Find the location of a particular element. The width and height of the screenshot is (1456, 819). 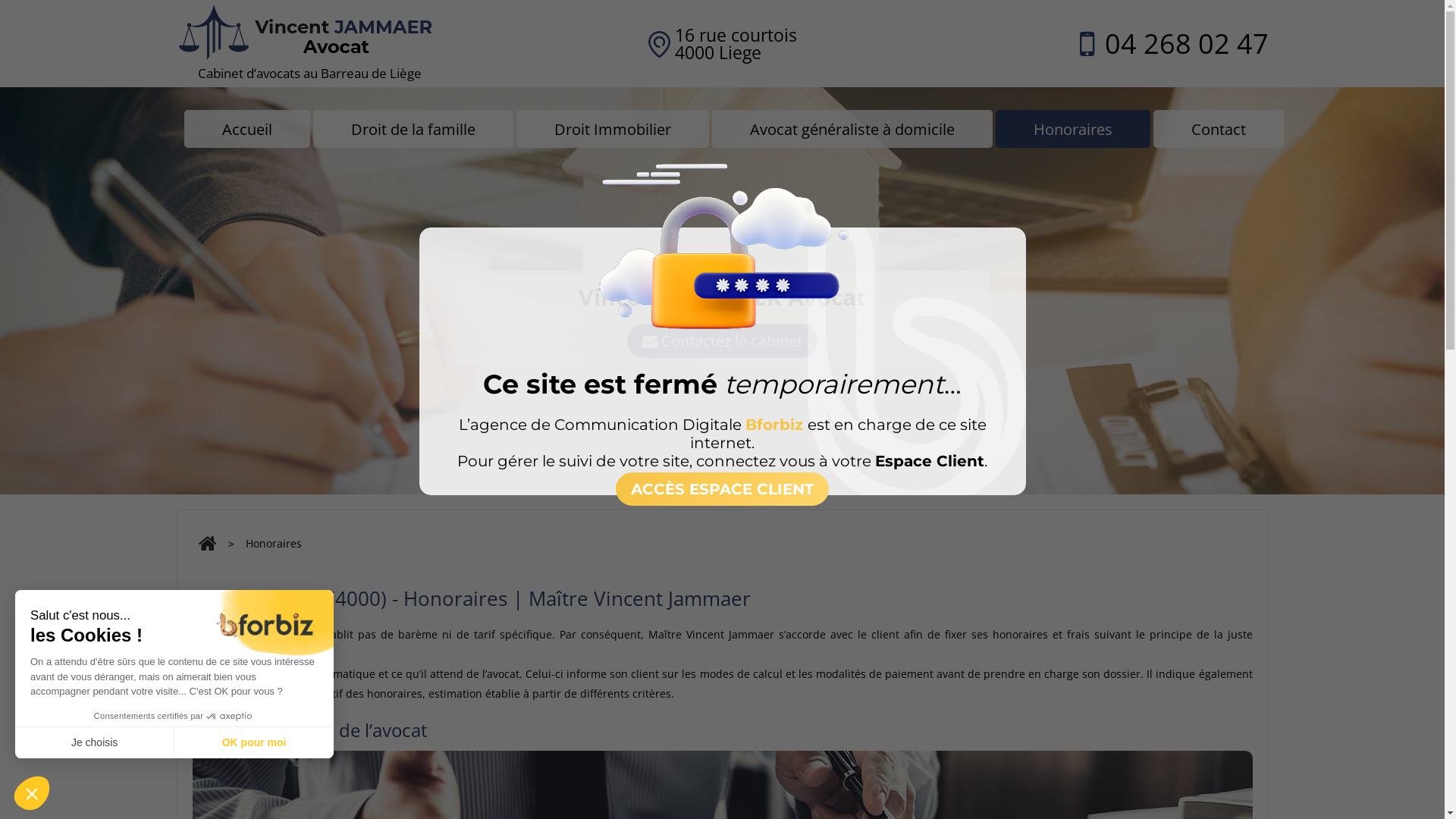

'Accueil' is located at coordinates (246, 127).